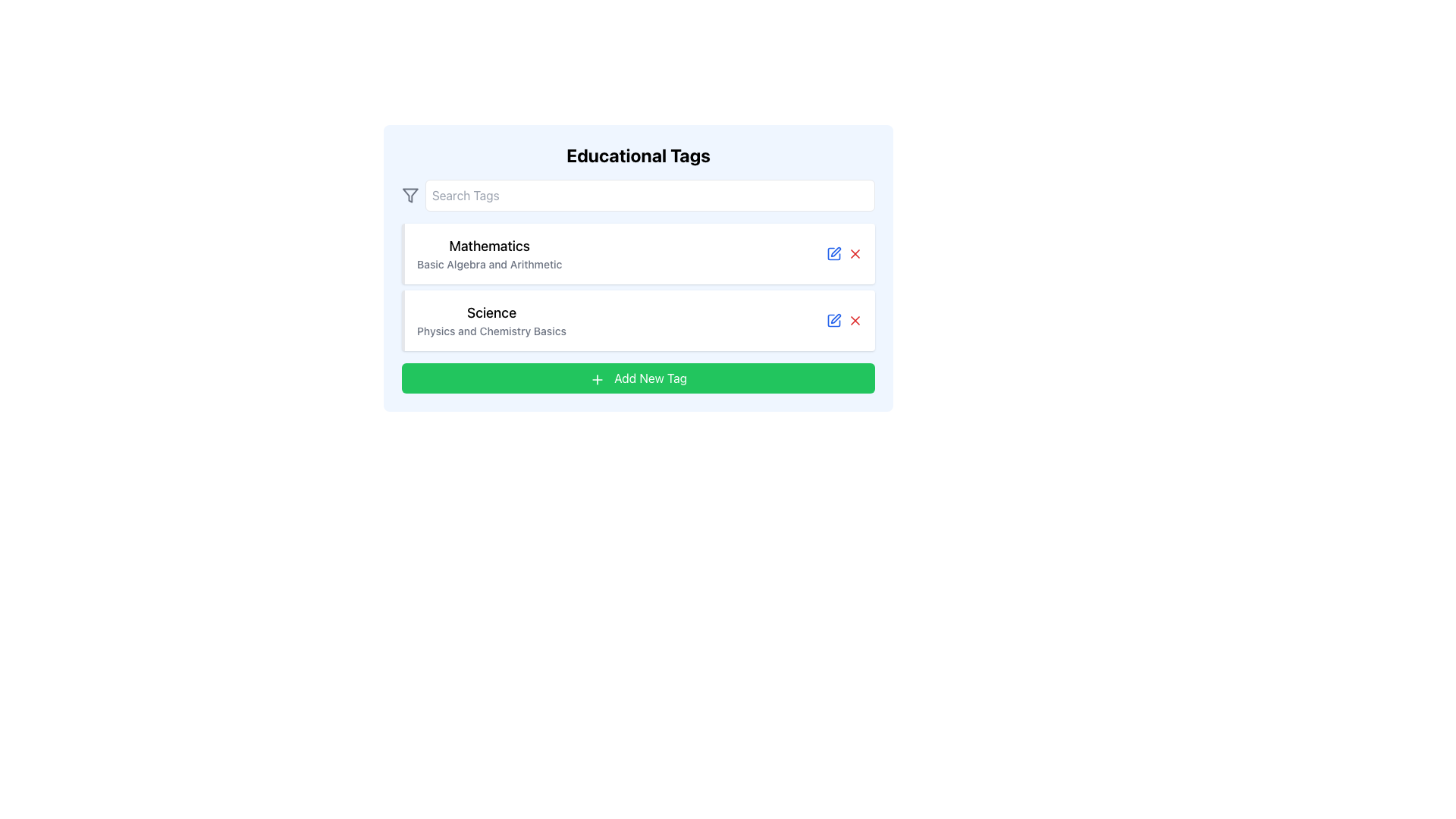 Image resolution: width=1456 pixels, height=819 pixels. What do you see at coordinates (833, 253) in the screenshot?
I see `the blue pen icon button indicating an edit action, located next to the 'Mathematics' tag, to trigger a tooltip or visual feedback` at bounding box center [833, 253].